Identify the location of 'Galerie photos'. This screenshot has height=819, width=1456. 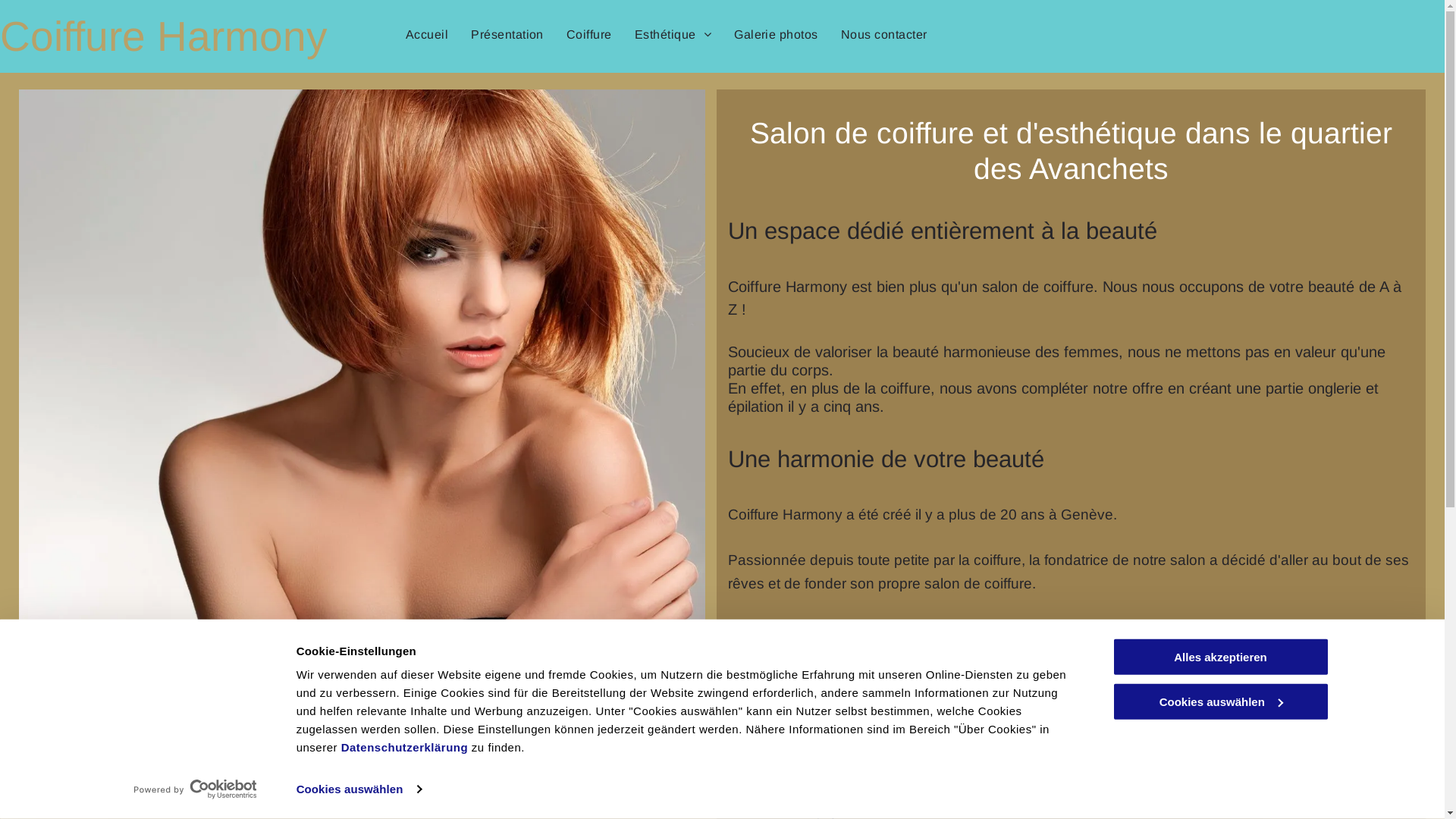
(722, 34).